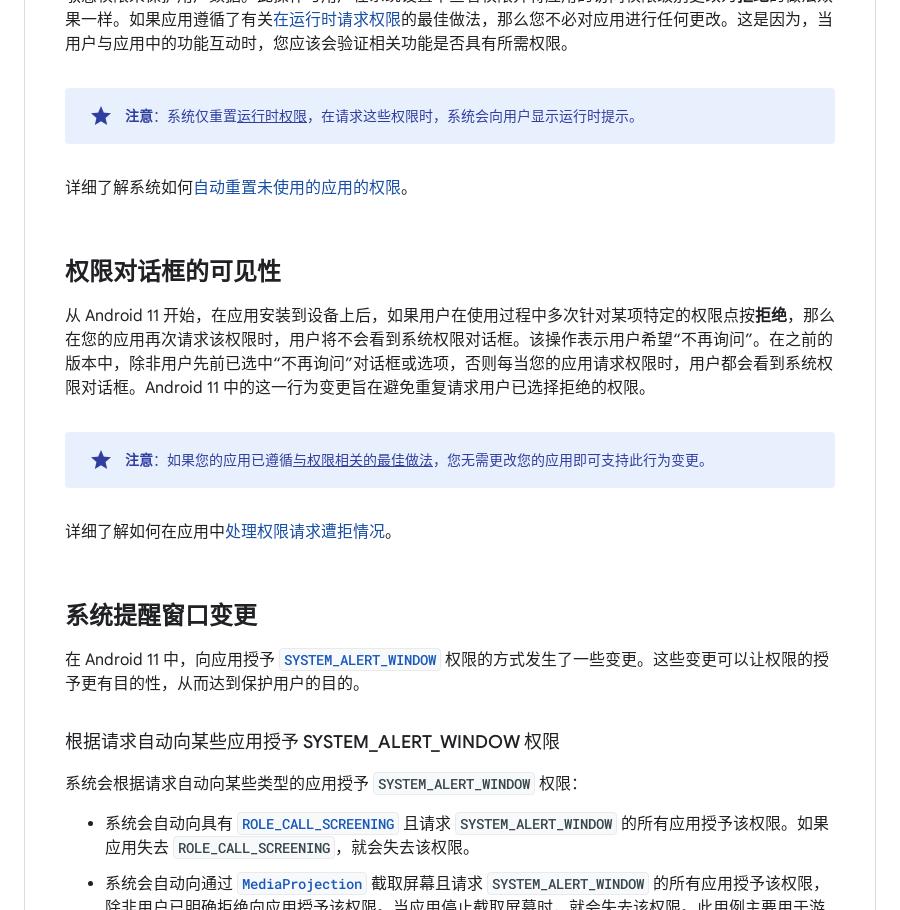  I want to click on 'ALERT', so click(404, 741).